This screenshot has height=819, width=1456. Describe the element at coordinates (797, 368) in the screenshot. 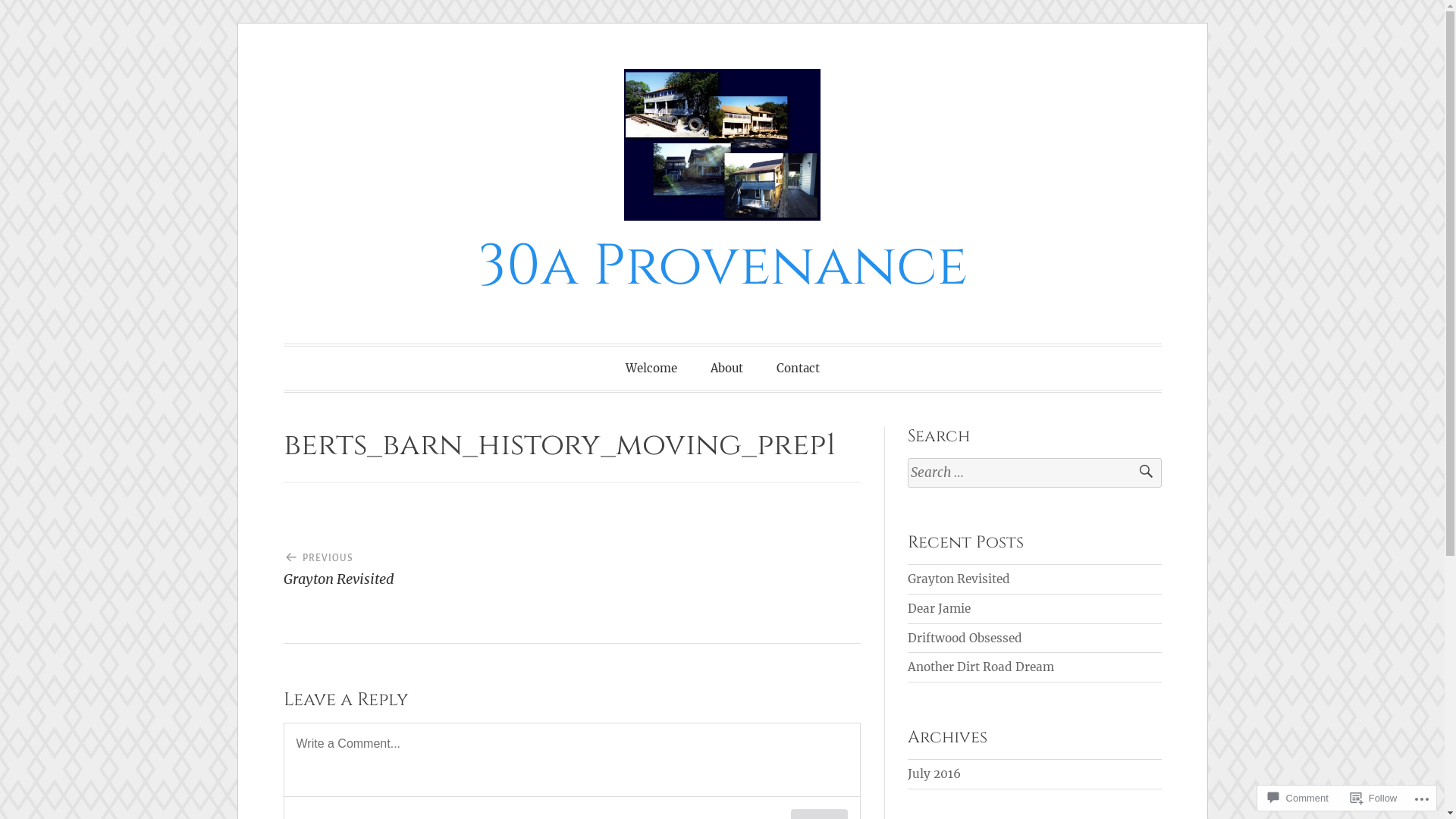

I see `'Contact'` at that location.